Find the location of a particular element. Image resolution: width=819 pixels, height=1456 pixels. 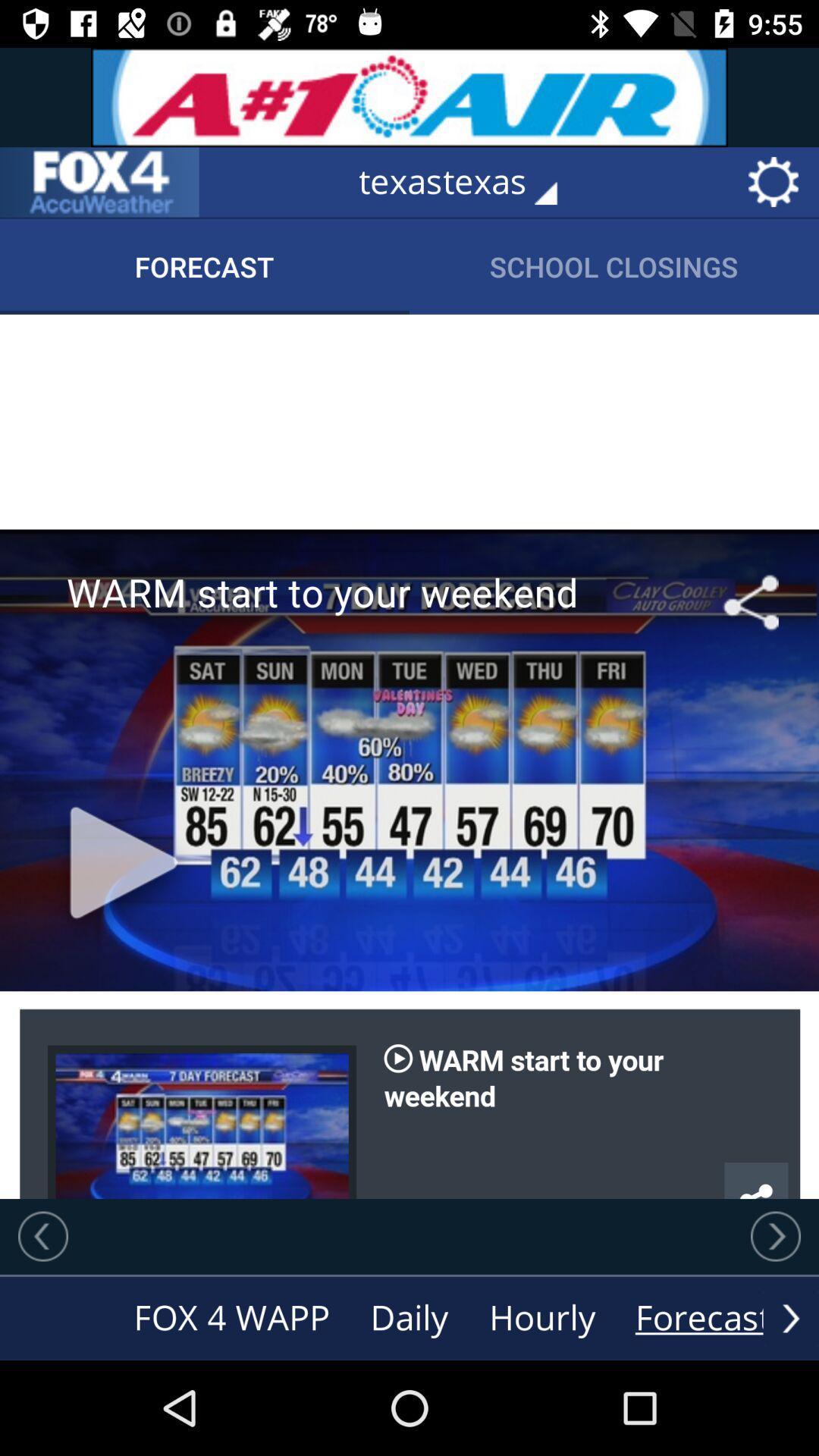

go back is located at coordinates (42, 1236).